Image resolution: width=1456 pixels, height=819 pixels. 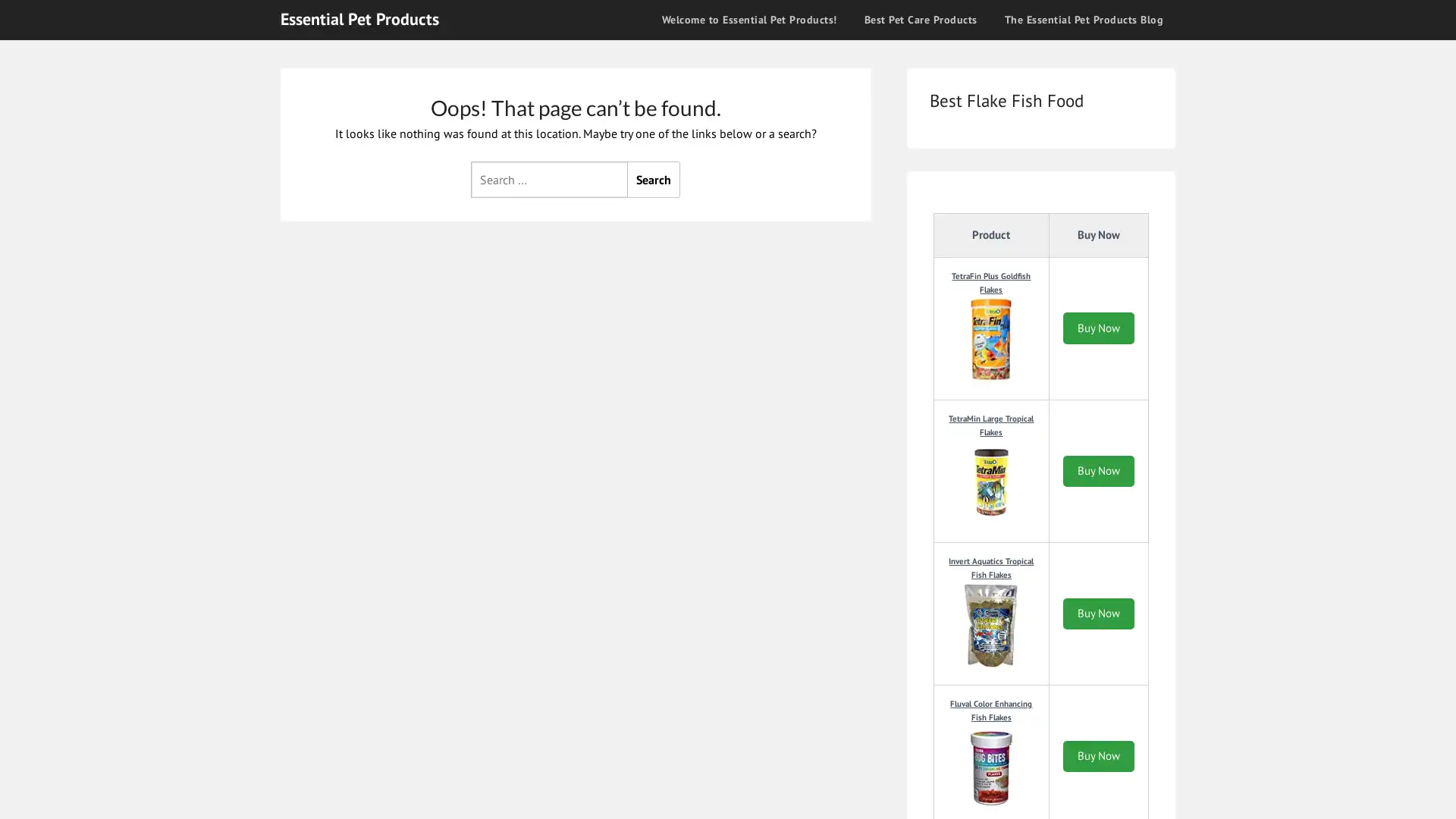 What do you see at coordinates (654, 177) in the screenshot?
I see `Search` at bounding box center [654, 177].